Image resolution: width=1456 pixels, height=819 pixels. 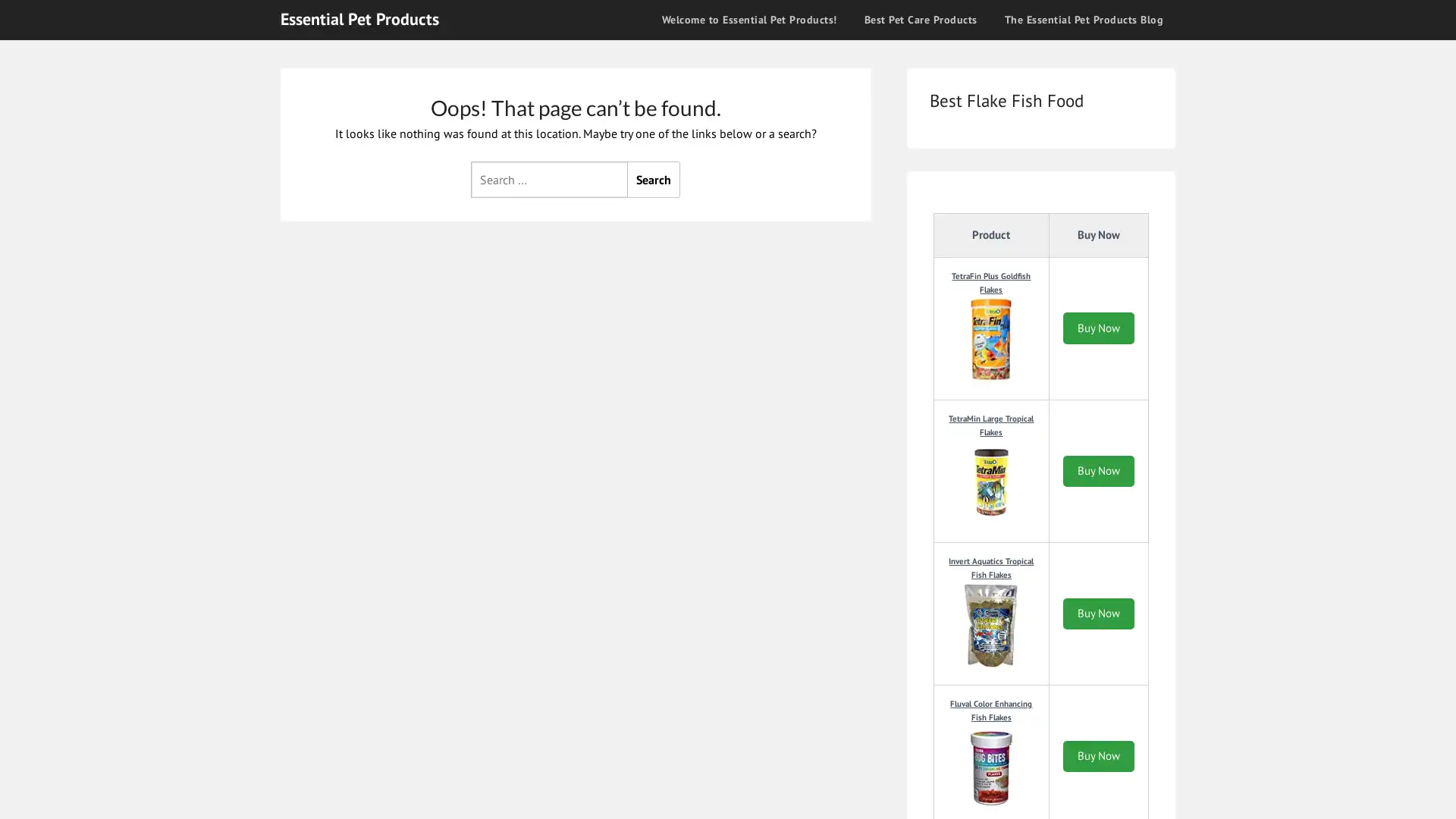 What do you see at coordinates (654, 177) in the screenshot?
I see `Search` at bounding box center [654, 177].